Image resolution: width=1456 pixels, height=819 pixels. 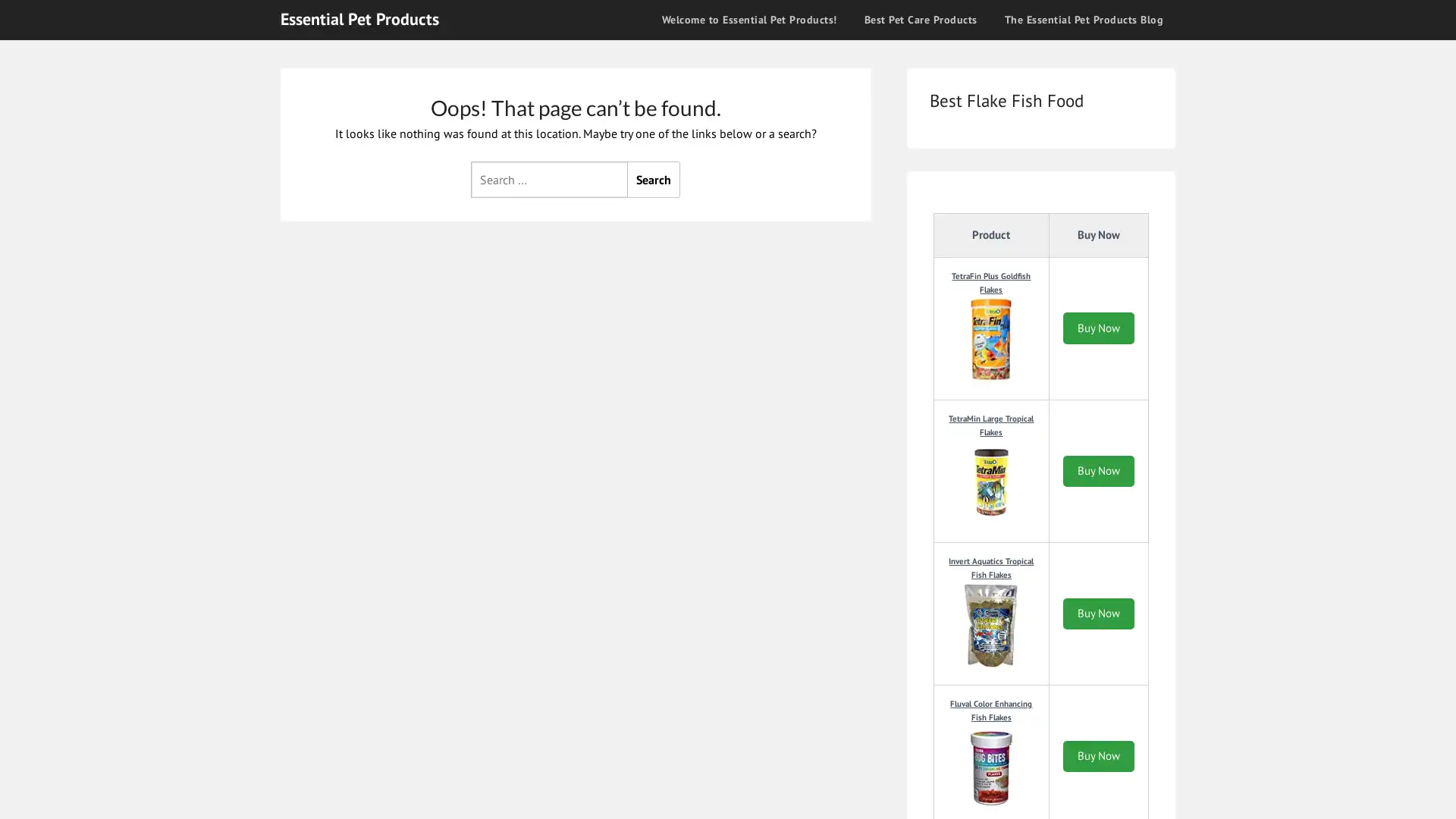 What do you see at coordinates (654, 177) in the screenshot?
I see `Search` at bounding box center [654, 177].